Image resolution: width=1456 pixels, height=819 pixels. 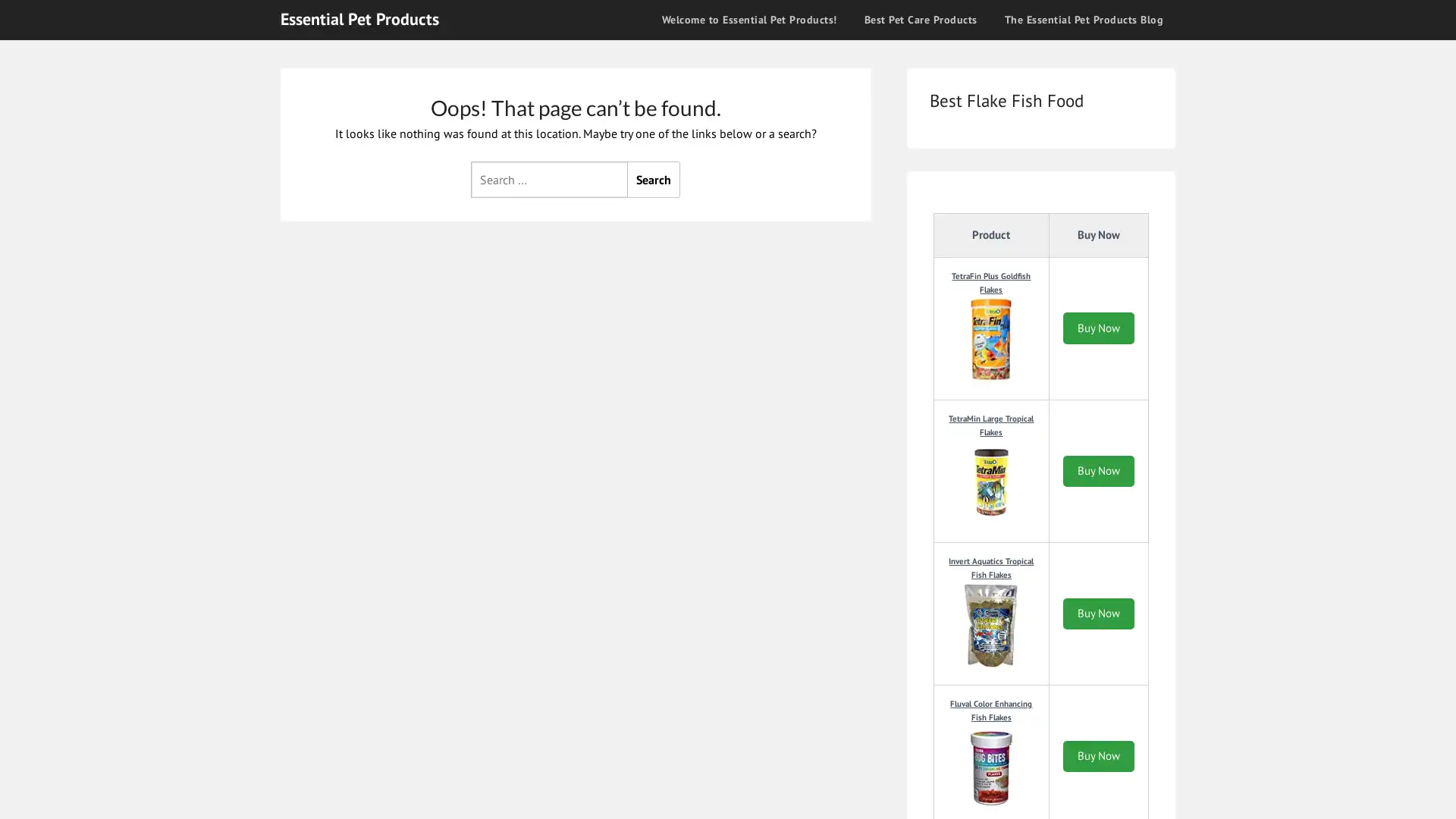 What do you see at coordinates (654, 177) in the screenshot?
I see `Search` at bounding box center [654, 177].